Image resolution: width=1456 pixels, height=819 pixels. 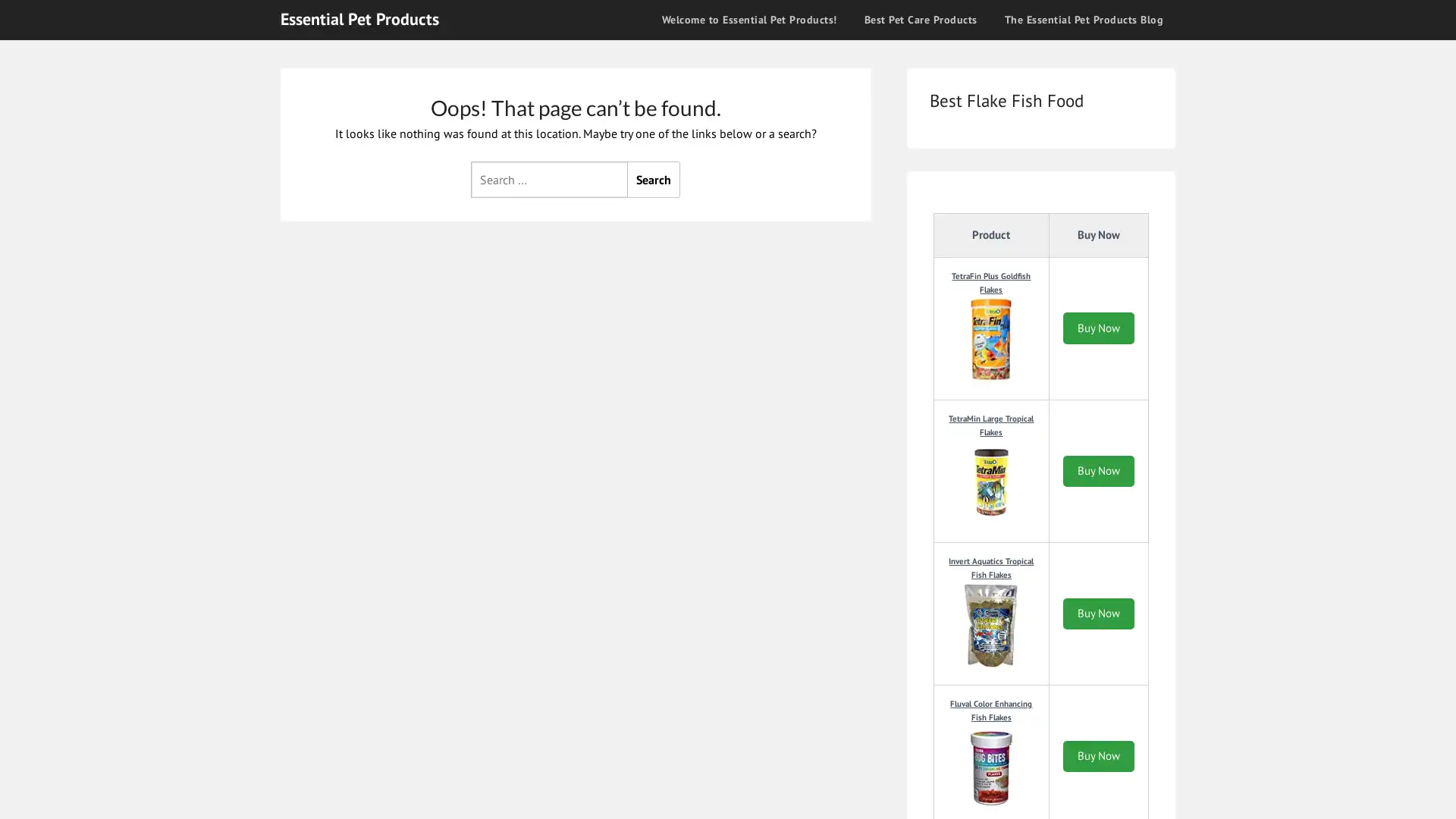 What do you see at coordinates (654, 177) in the screenshot?
I see `Search` at bounding box center [654, 177].